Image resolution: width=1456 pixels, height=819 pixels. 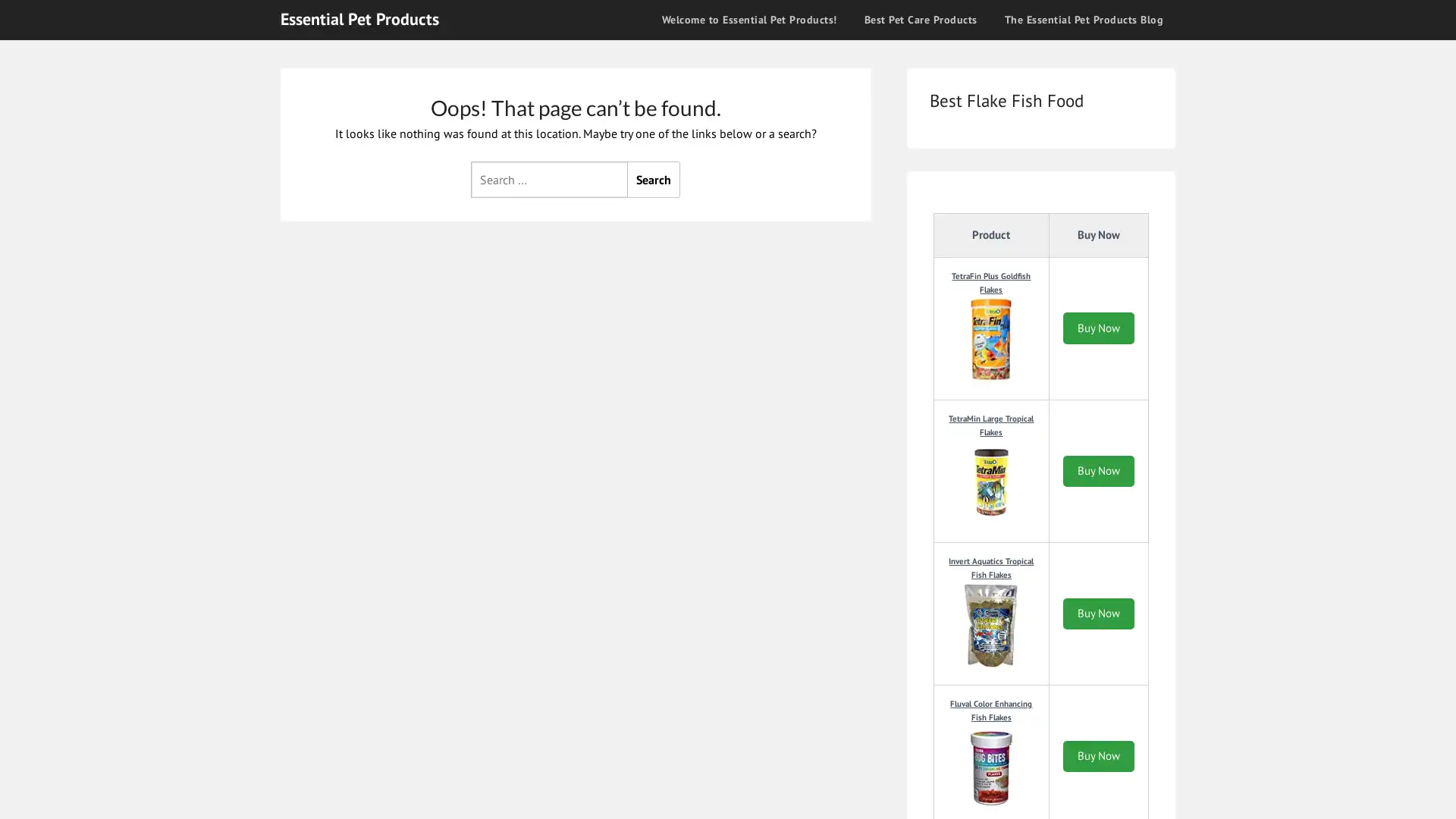 What do you see at coordinates (654, 177) in the screenshot?
I see `Search` at bounding box center [654, 177].